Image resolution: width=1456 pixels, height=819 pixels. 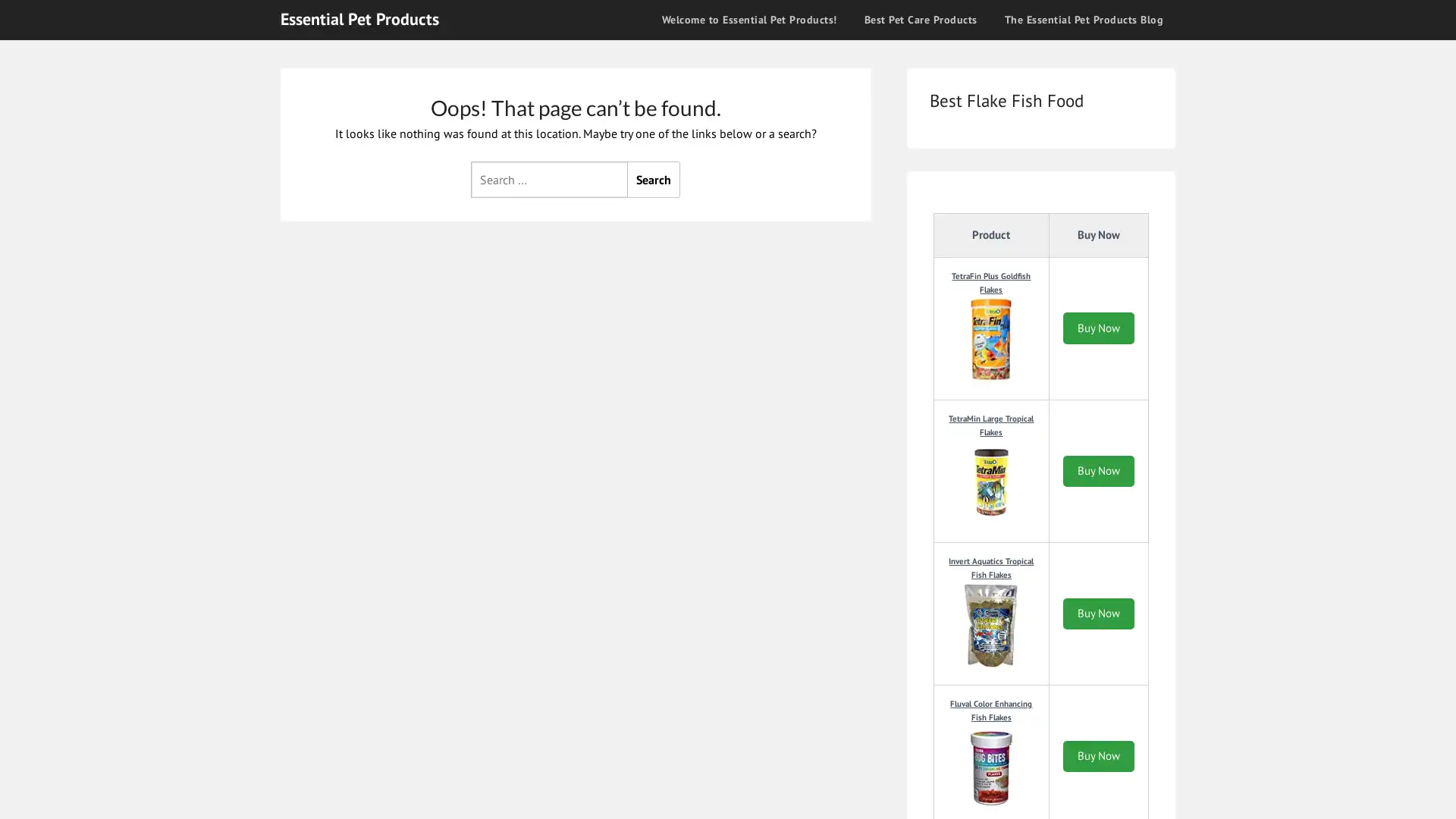 What do you see at coordinates (654, 177) in the screenshot?
I see `Search` at bounding box center [654, 177].